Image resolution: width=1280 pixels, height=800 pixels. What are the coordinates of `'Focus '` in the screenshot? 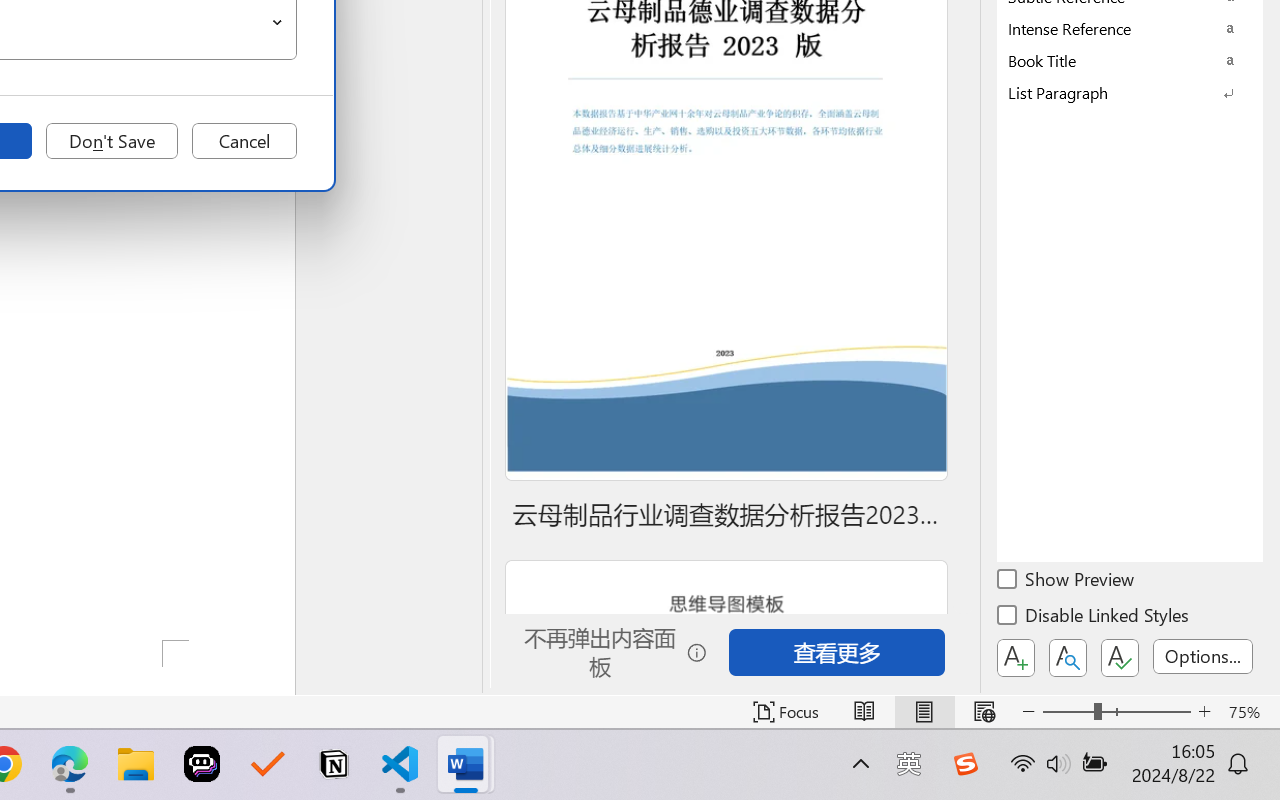 It's located at (785, 711).